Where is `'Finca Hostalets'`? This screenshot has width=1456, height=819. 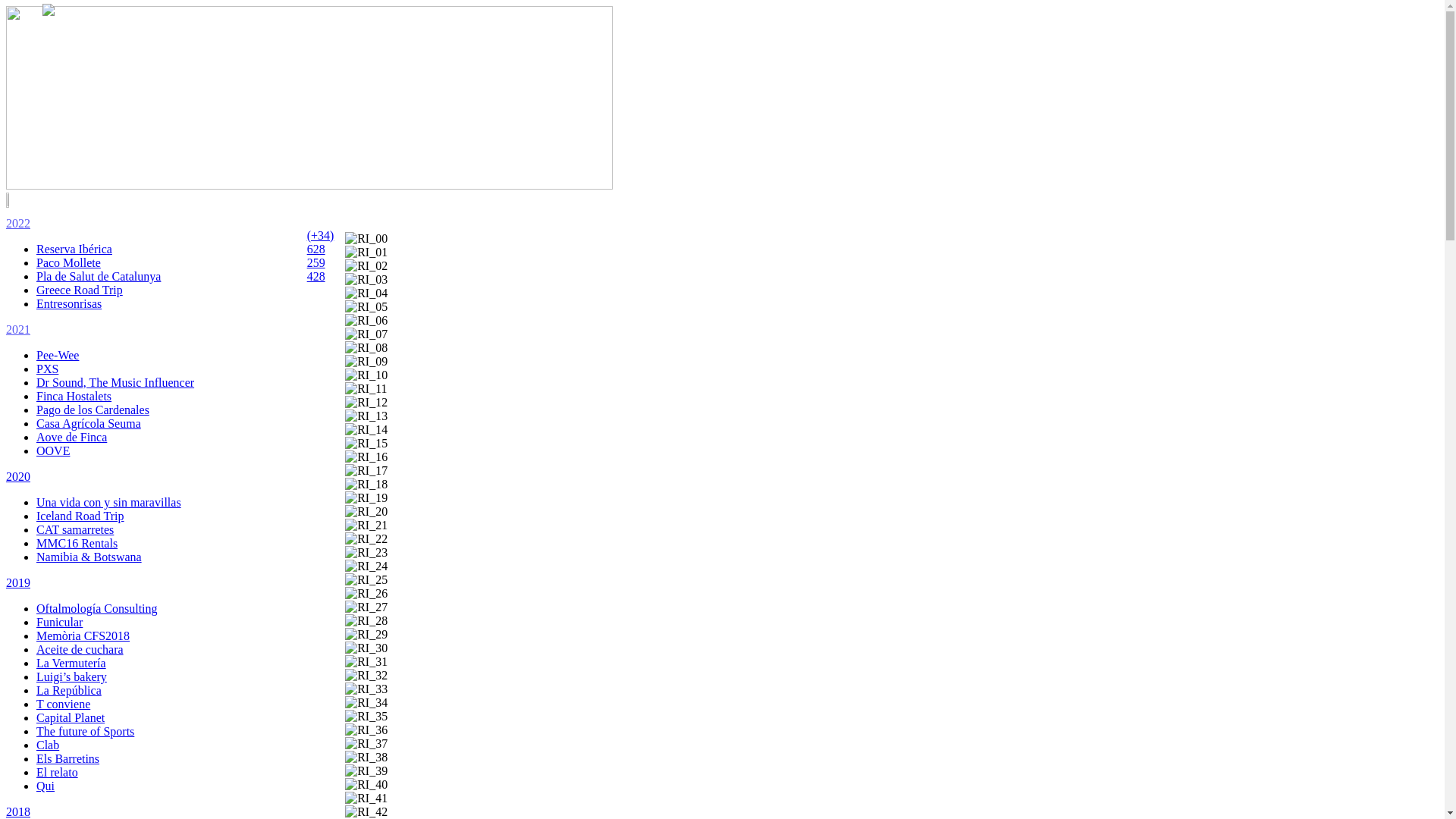 'Finca Hostalets' is located at coordinates (36, 395).